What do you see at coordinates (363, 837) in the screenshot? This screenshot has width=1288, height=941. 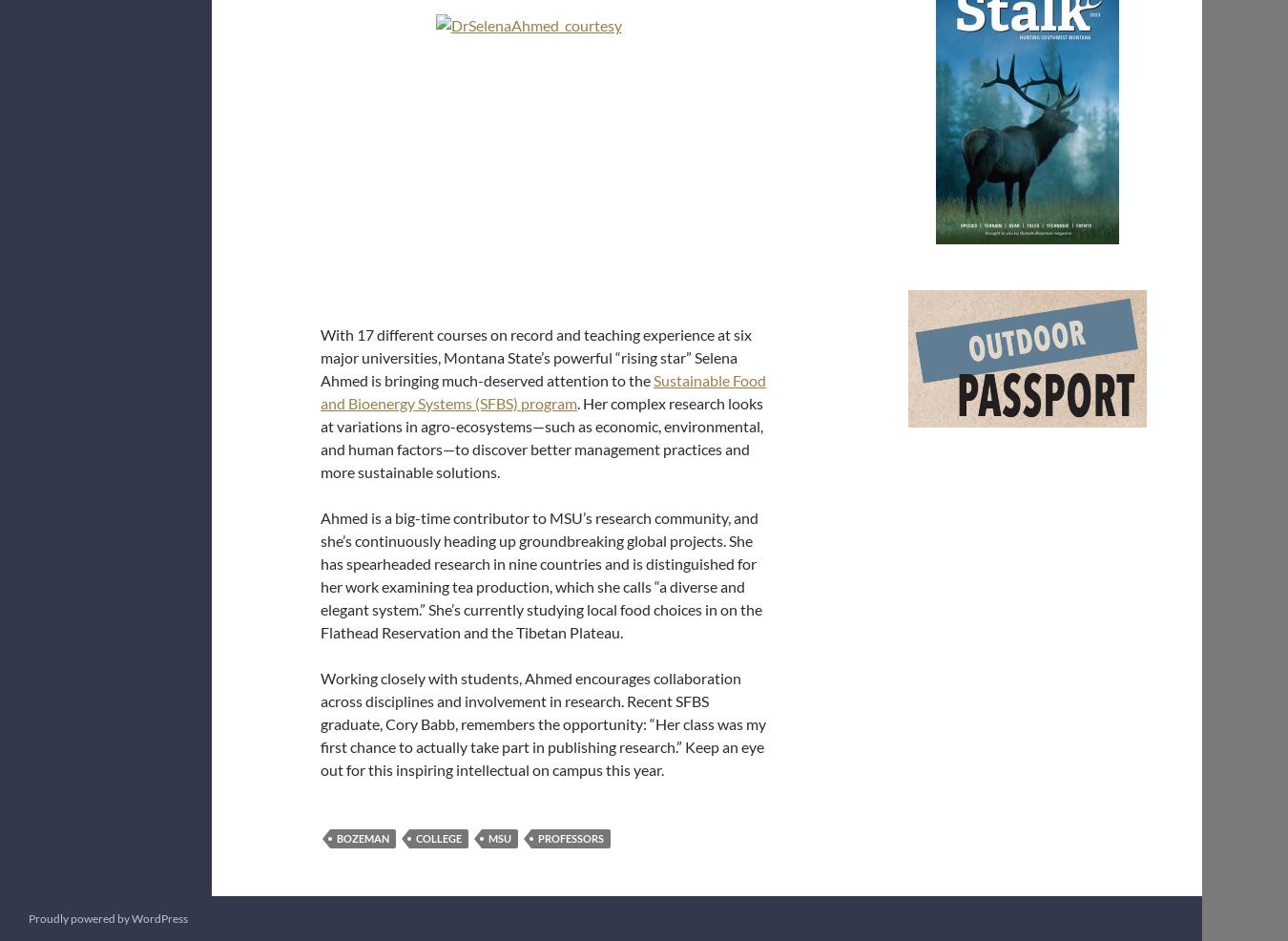 I see `'bozeman'` at bounding box center [363, 837].